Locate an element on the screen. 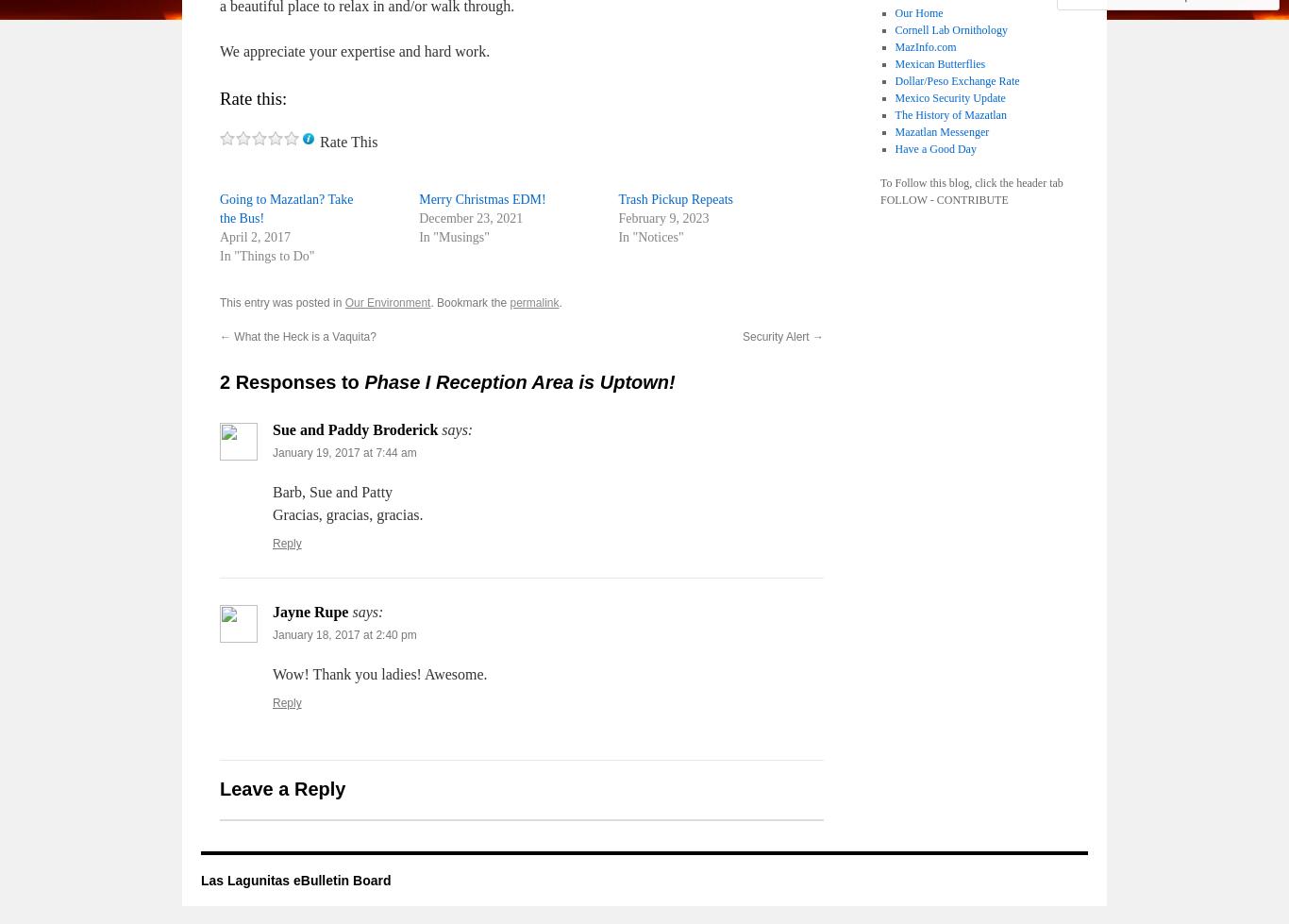 Image resolution: width=1289 pixels, height=924 pixels. 'What the Heck is a Vaquita?' is located at coordinates (303, 337).